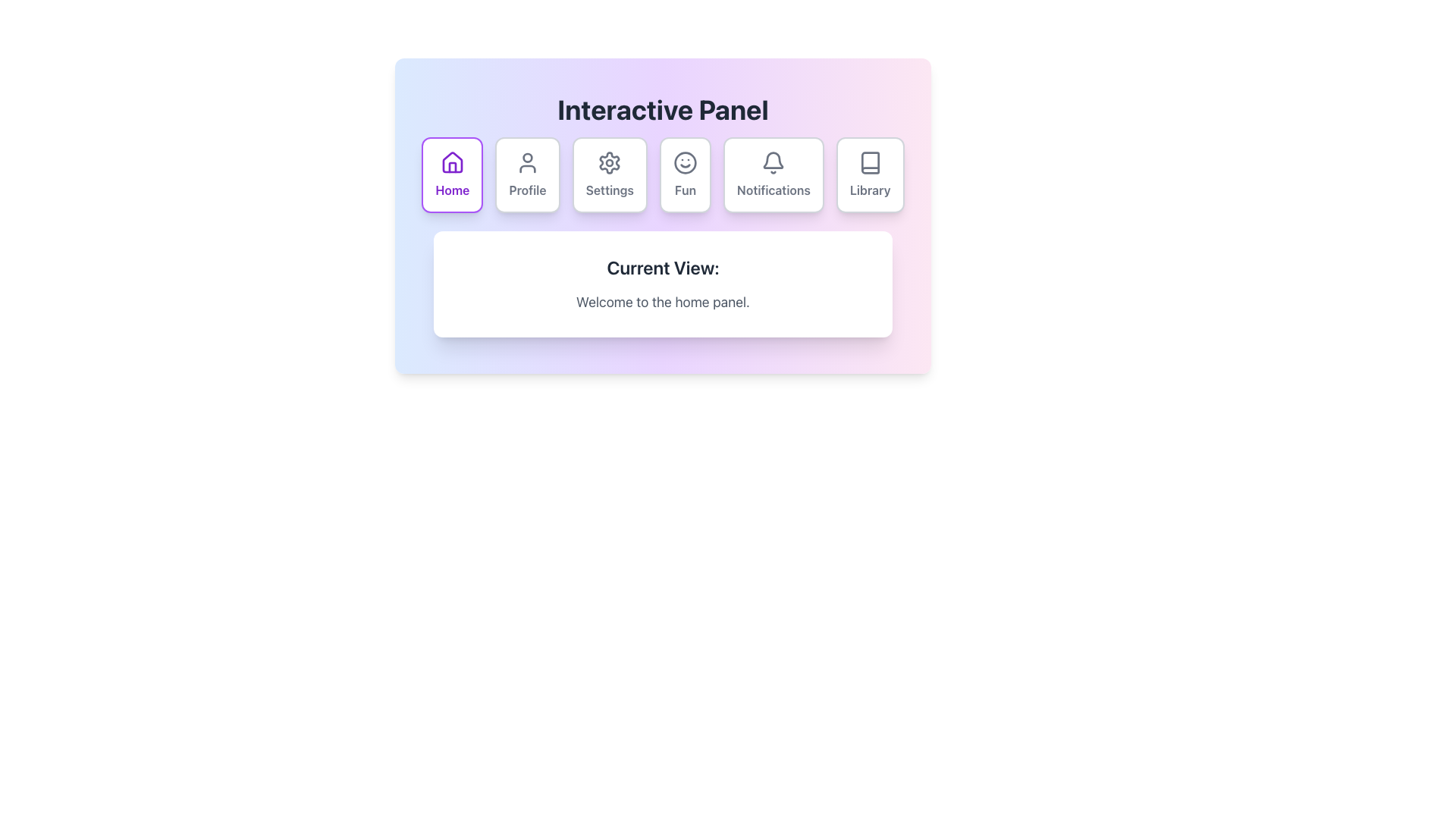 The width and height of the screenshot is (1456, 819). I want to click on the notification icon located at the top of the notification button, which is fourth from the left among a row of options in the panel, so click(773, 163).